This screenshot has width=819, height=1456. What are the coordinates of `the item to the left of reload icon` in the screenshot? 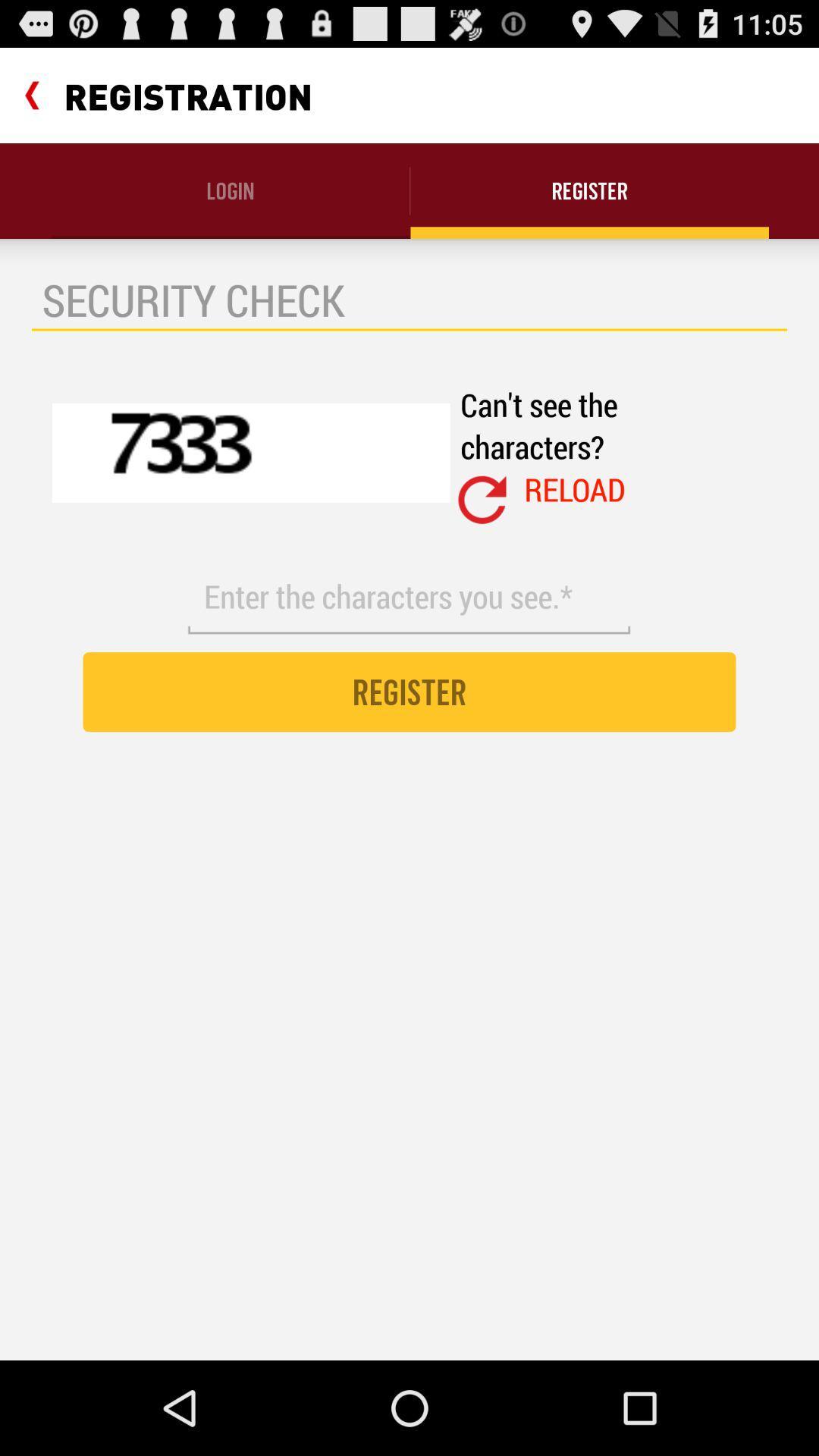 It's located at (482, 500).